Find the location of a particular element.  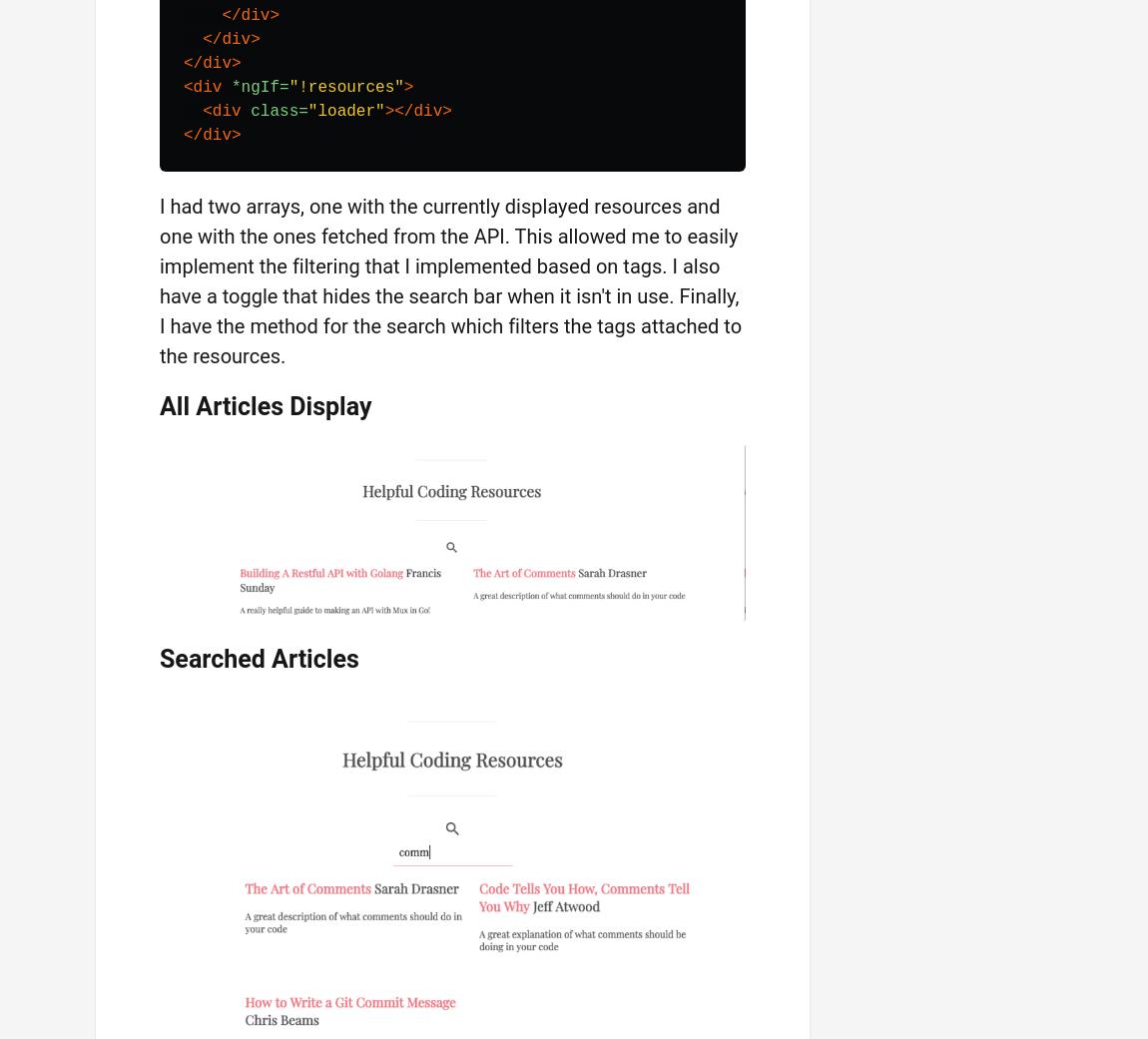

'></div>' is located at coordinates (417, 110).